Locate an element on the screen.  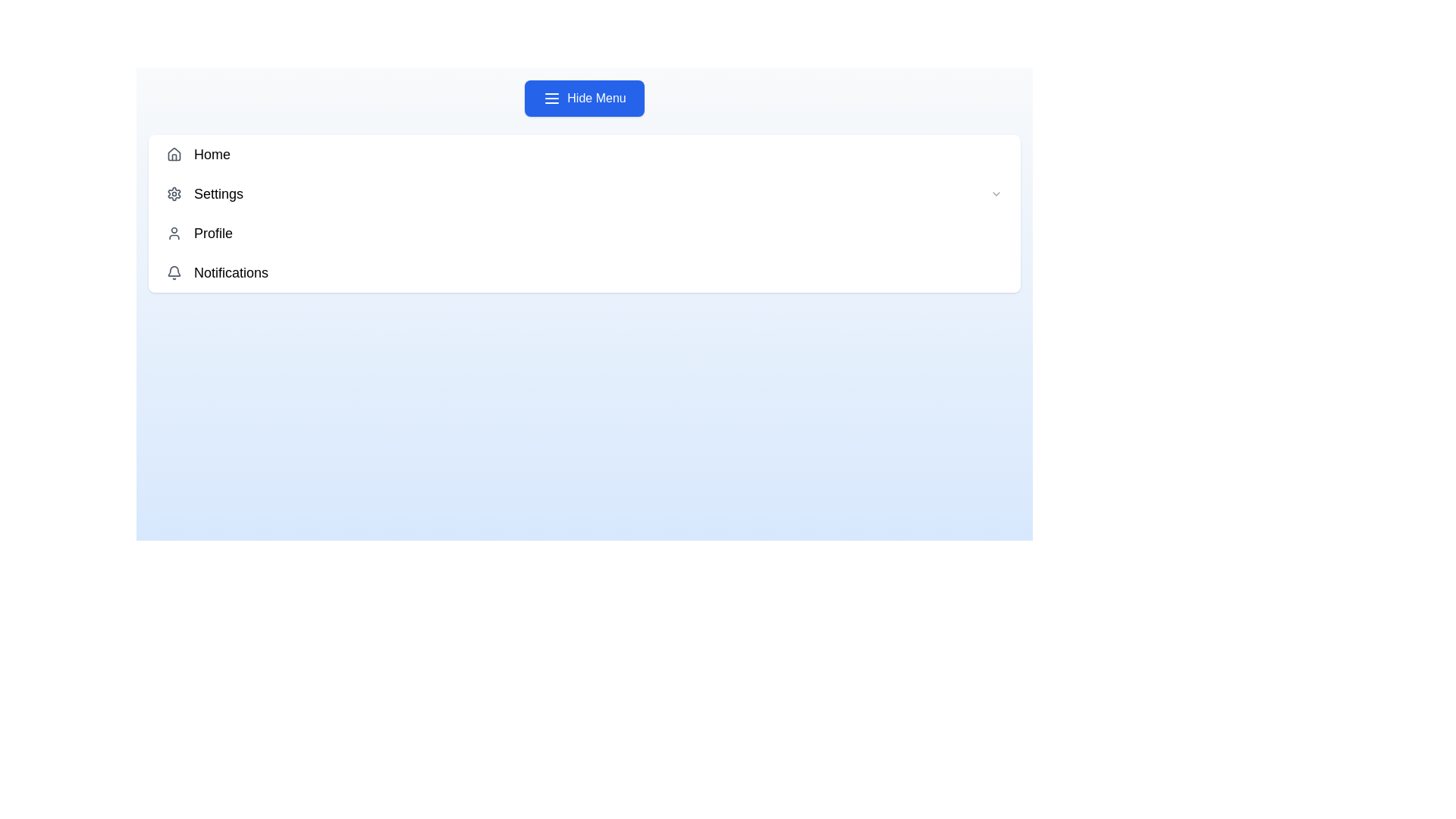
the 'Home' icon in the sidebar menu, which serves as a navigation link to the homepage or main dashboard is located at coordinates (174, 155).